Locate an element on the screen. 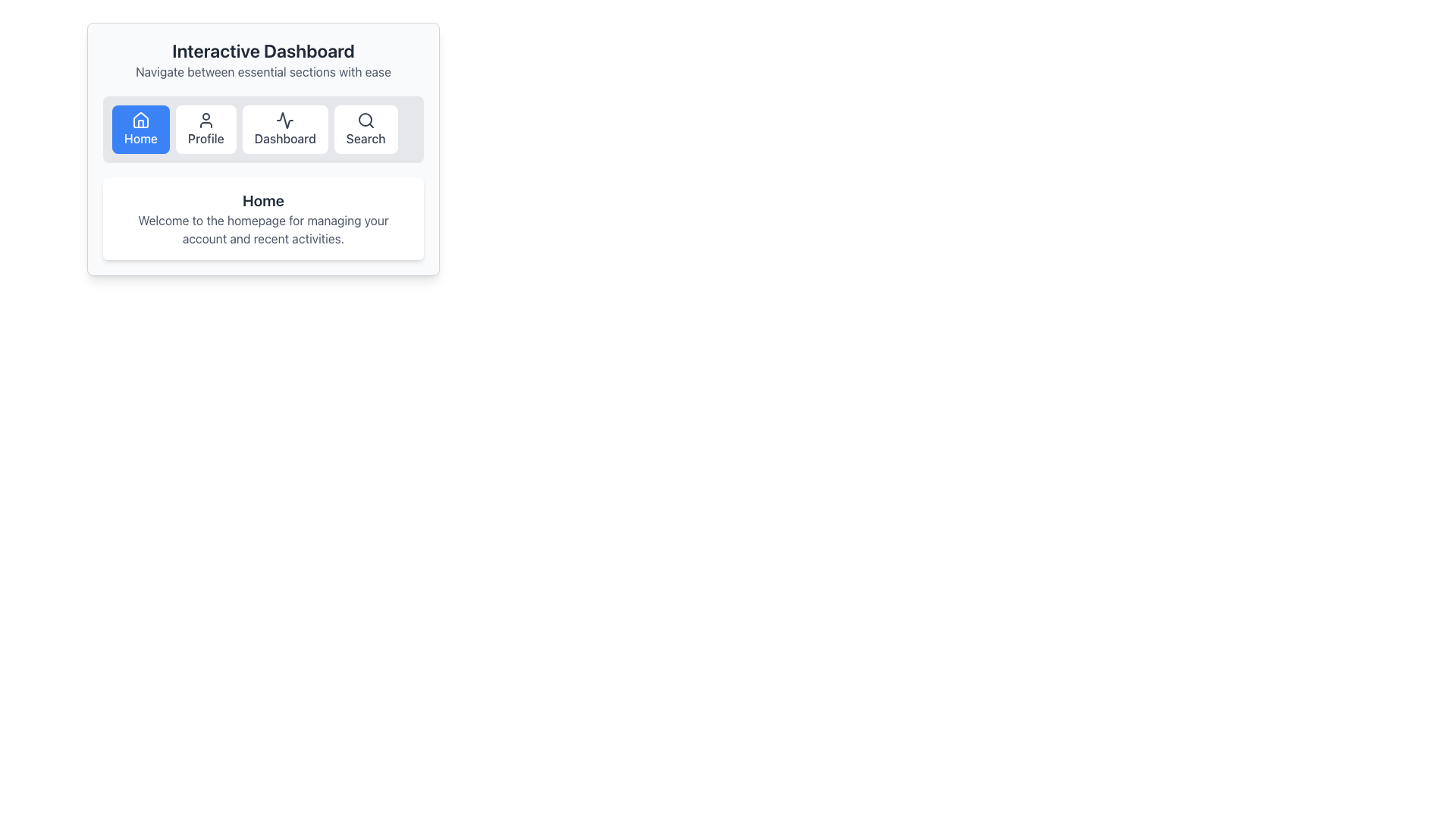 The image size is (1456, 819). the 'Search' button, which features a magnifying glass icon above the text 'Search', located on the rightmost side of the 'Interactive Dashboard' section is located at coordinates (366, 128).